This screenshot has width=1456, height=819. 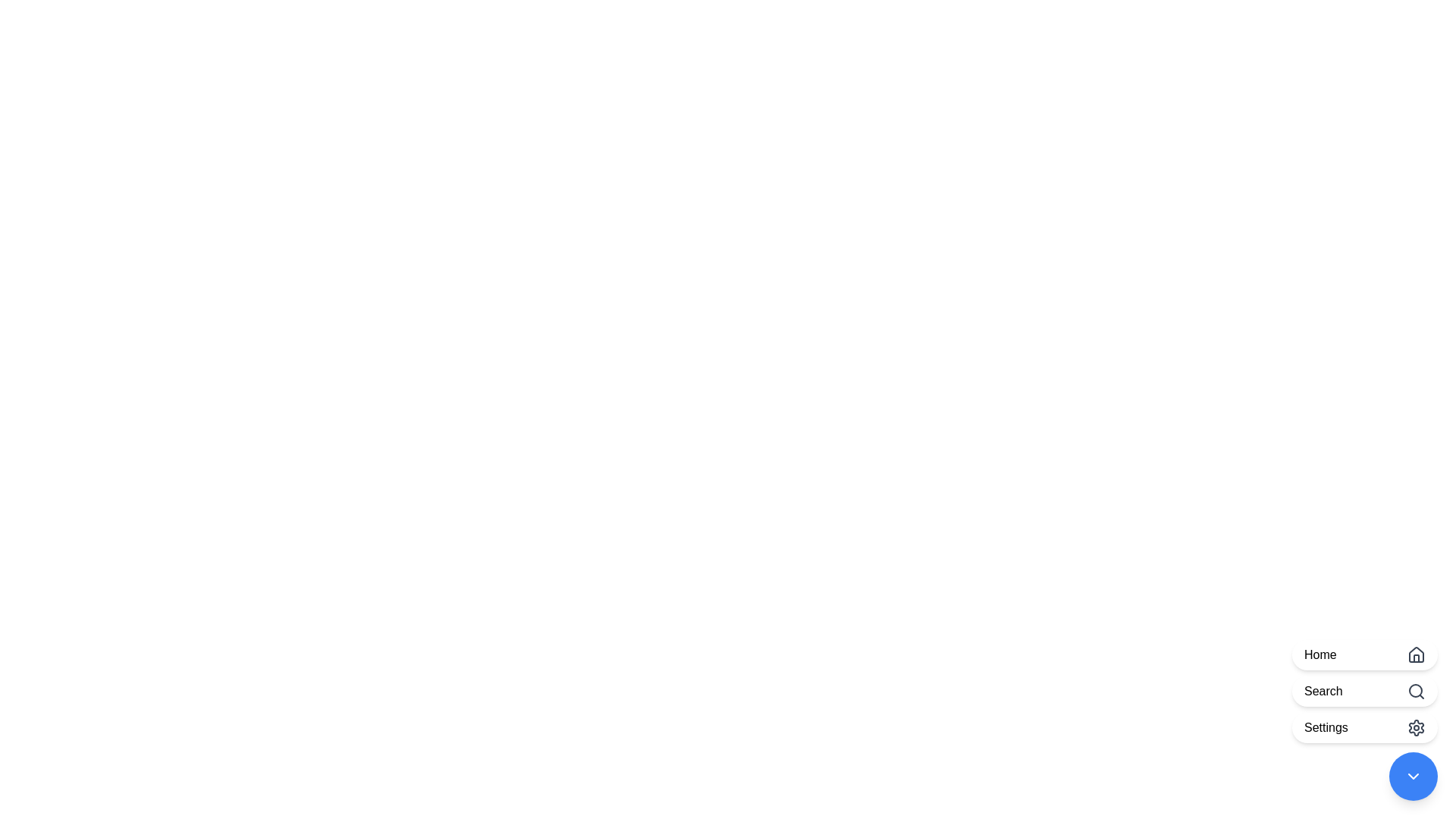 I want to click on the text label that says 'Home', which is styled in a sans-serif font and is positioned to the left of a house icon within a rounded, white background in the bottom-right corner of the interface, so click(x=1319, y=654).